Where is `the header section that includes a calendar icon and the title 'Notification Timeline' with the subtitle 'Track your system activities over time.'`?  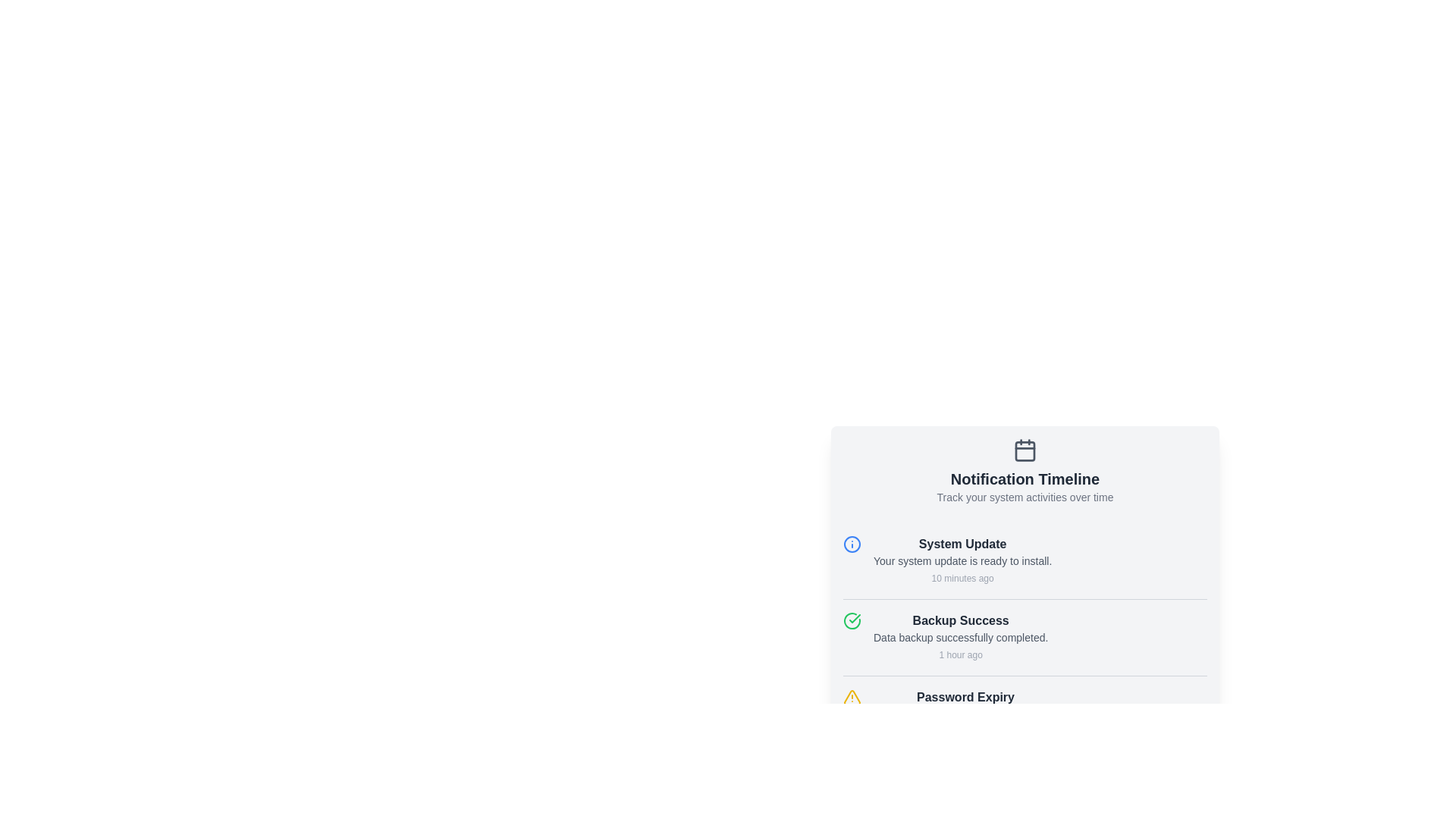
the header section that includes a calendar icon and the title 'Notification Timeline' with the subtitle 'Track your system activities over time.' is located at coordinates (1025, 470).